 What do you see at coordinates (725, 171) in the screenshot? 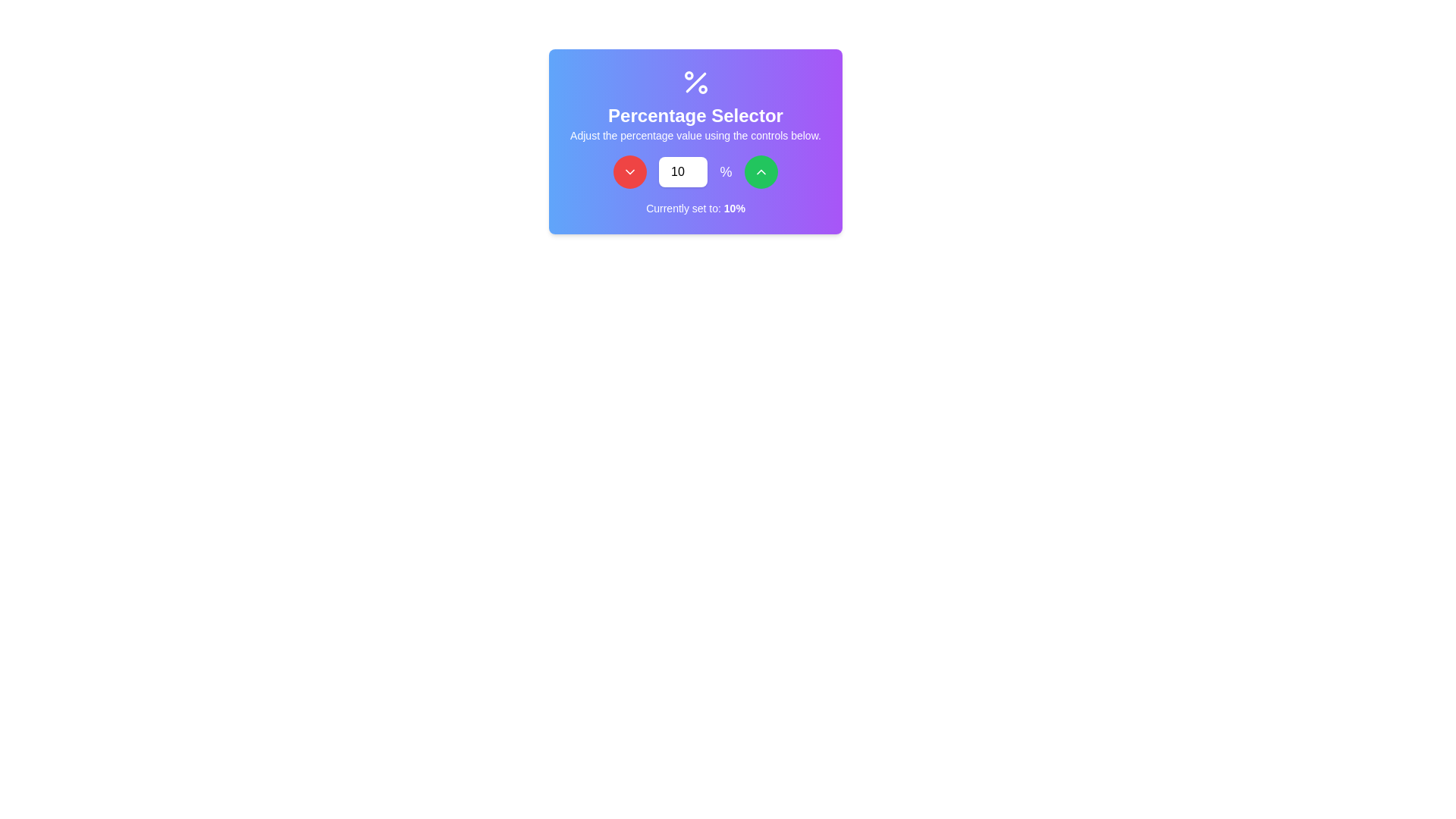
I see `the percentage unit label, which is represented by the '%' symbol and is prominently styled with a white color and larger font size, located to the right of a numeric input box and to the left of a green button with an upward arrow` at bounding box center [725, 171].